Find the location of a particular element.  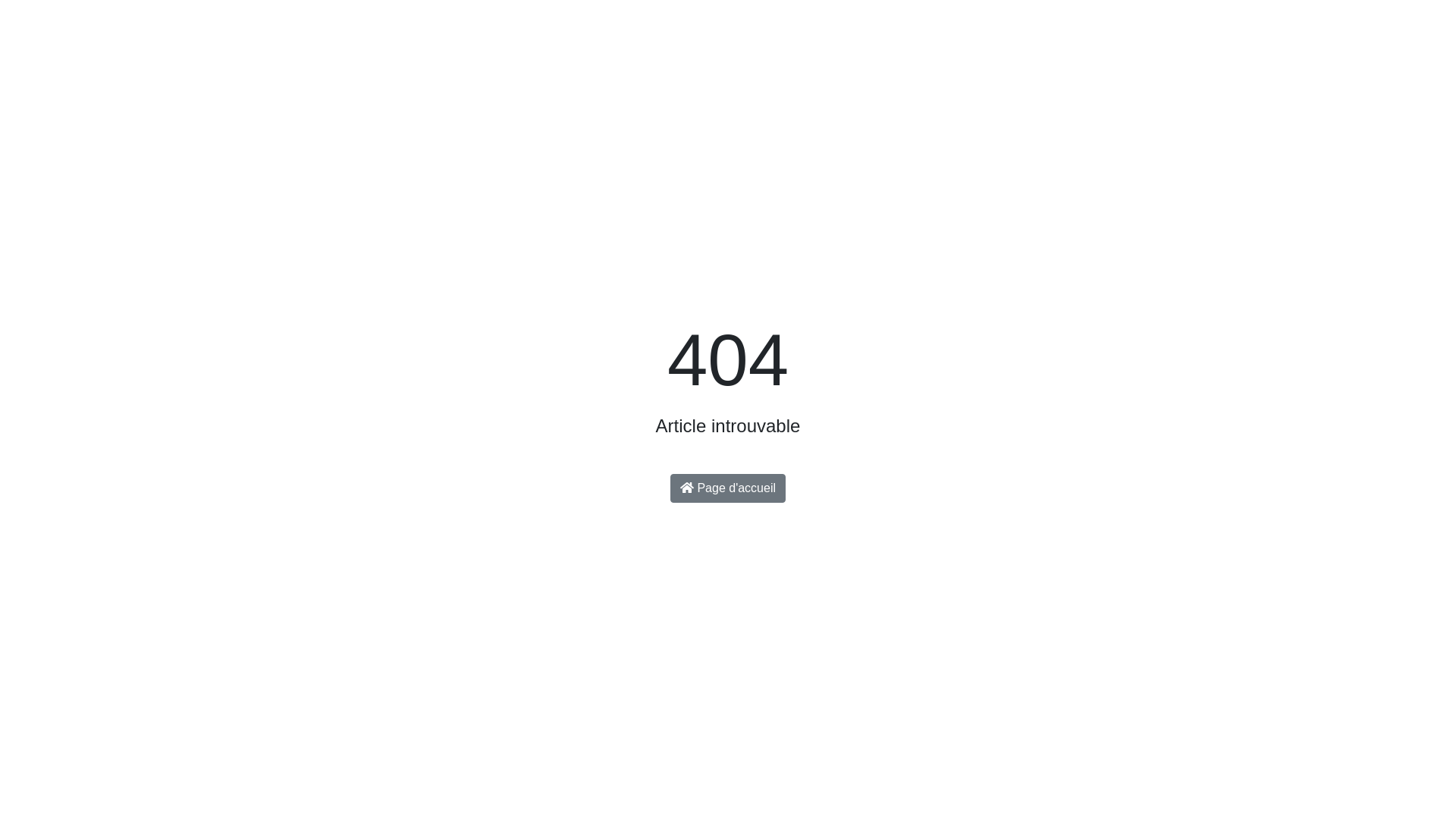

'Page d'accueil' is located at coordinates (728, 488).